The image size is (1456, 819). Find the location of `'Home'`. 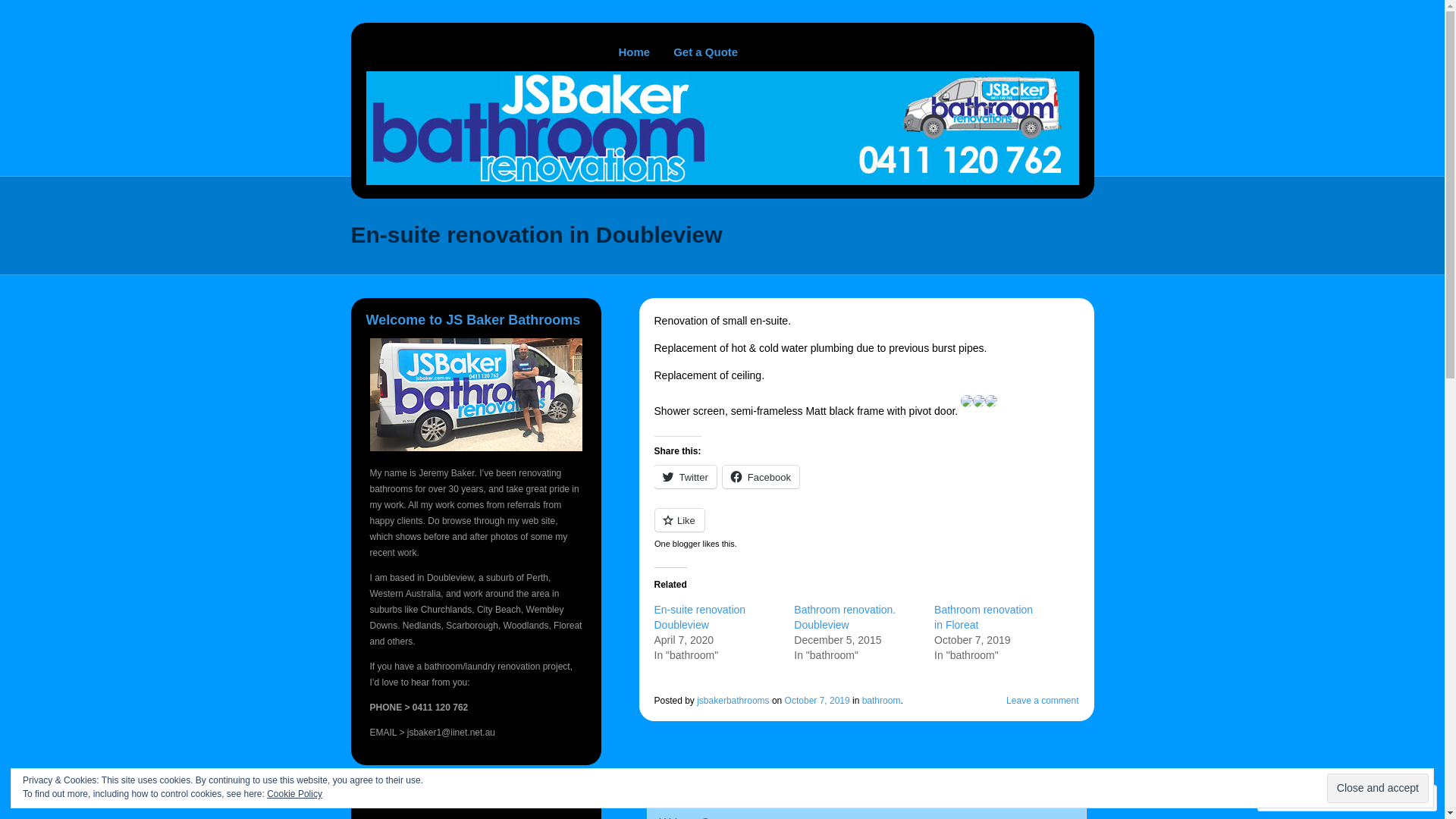

'Home' is located at coordinates (633, 51).